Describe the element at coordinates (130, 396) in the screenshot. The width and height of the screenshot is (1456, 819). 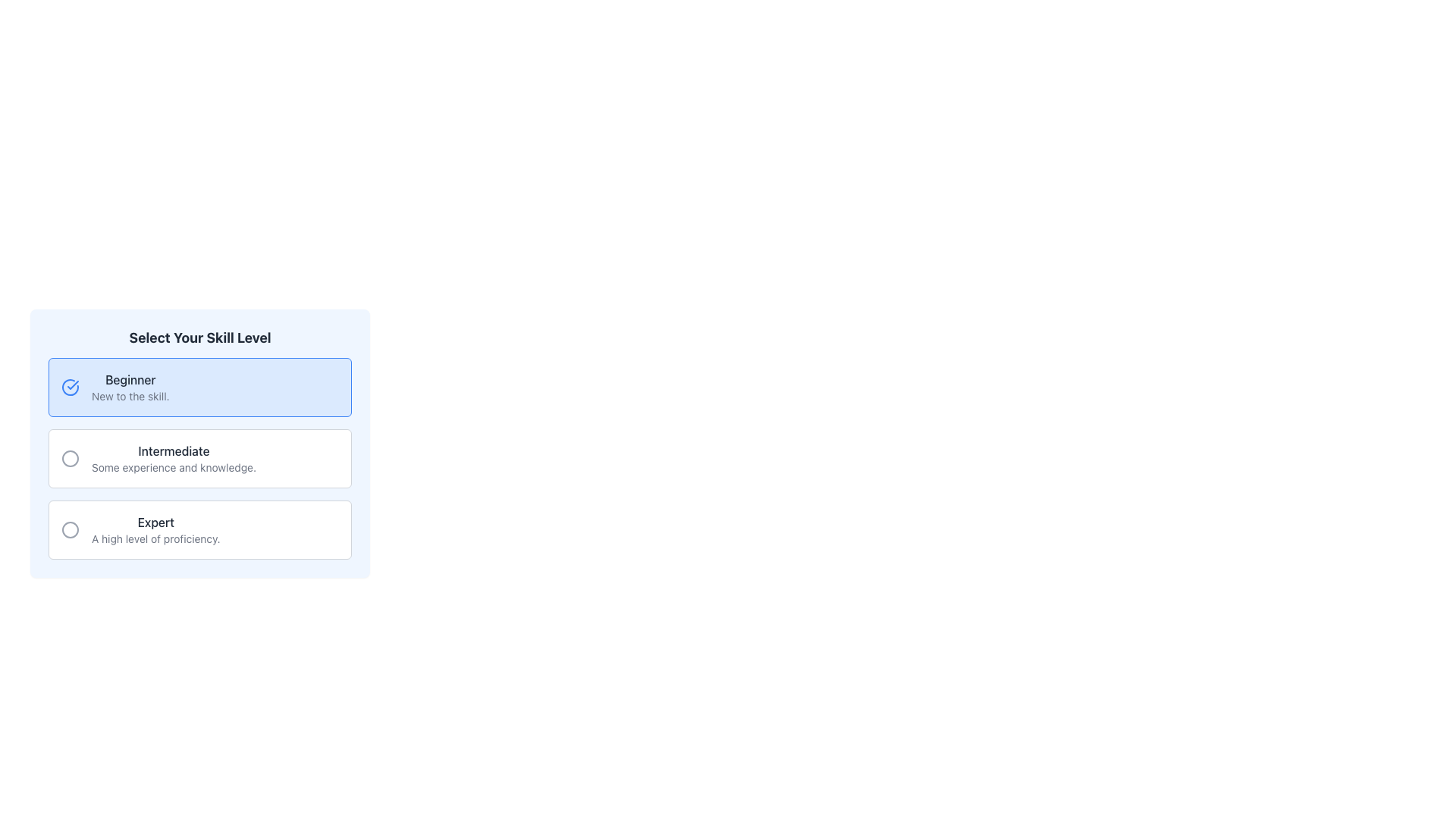
I see `the text label displaying 'New to the skill.' which is located below the 'Beginner' label in the skill level selection component` at that location.